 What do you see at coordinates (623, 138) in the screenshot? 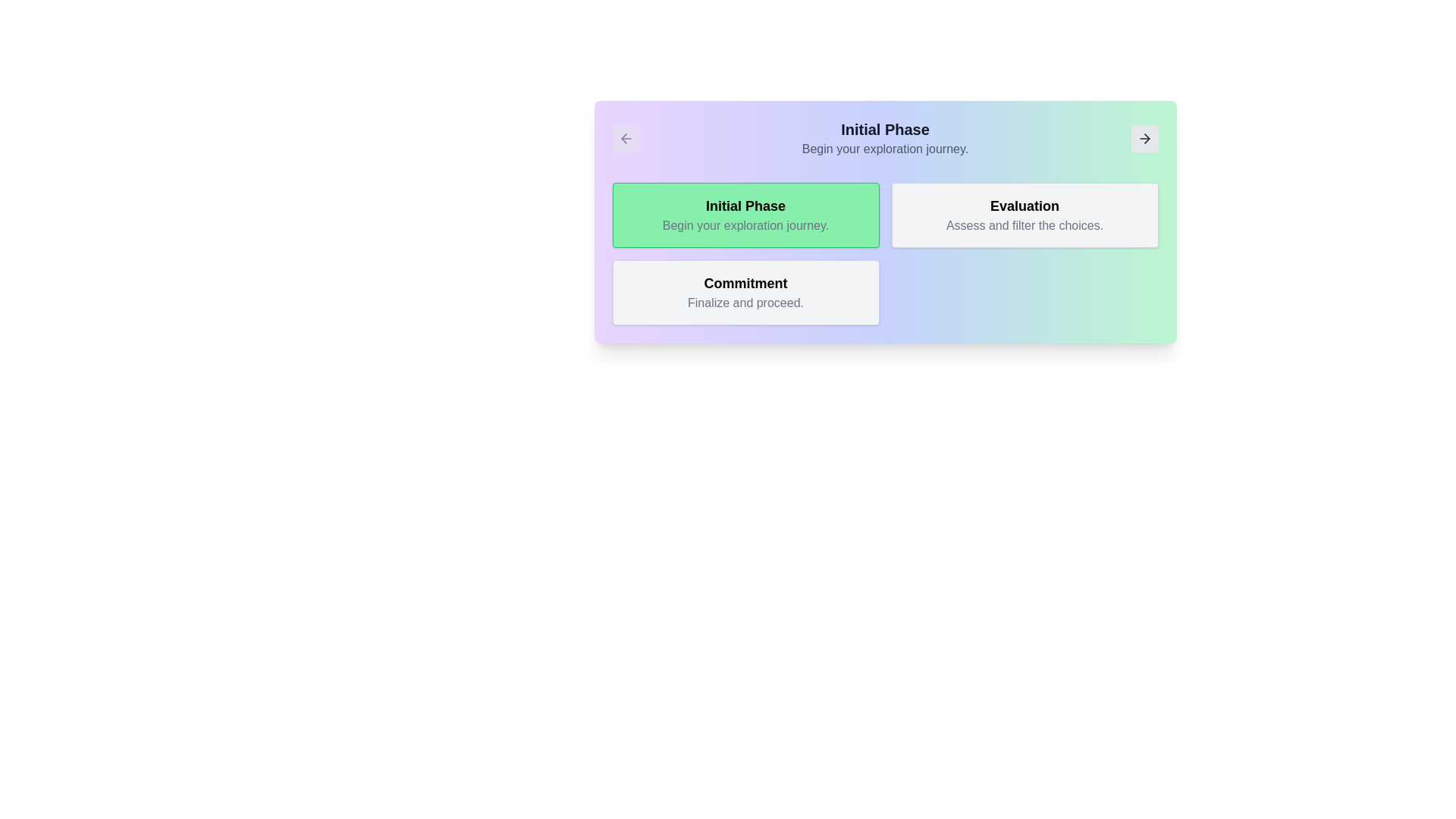
I see `the navigational 'back' icon located at the top-left corner of the visible card section` at bounding box center [623, 138].